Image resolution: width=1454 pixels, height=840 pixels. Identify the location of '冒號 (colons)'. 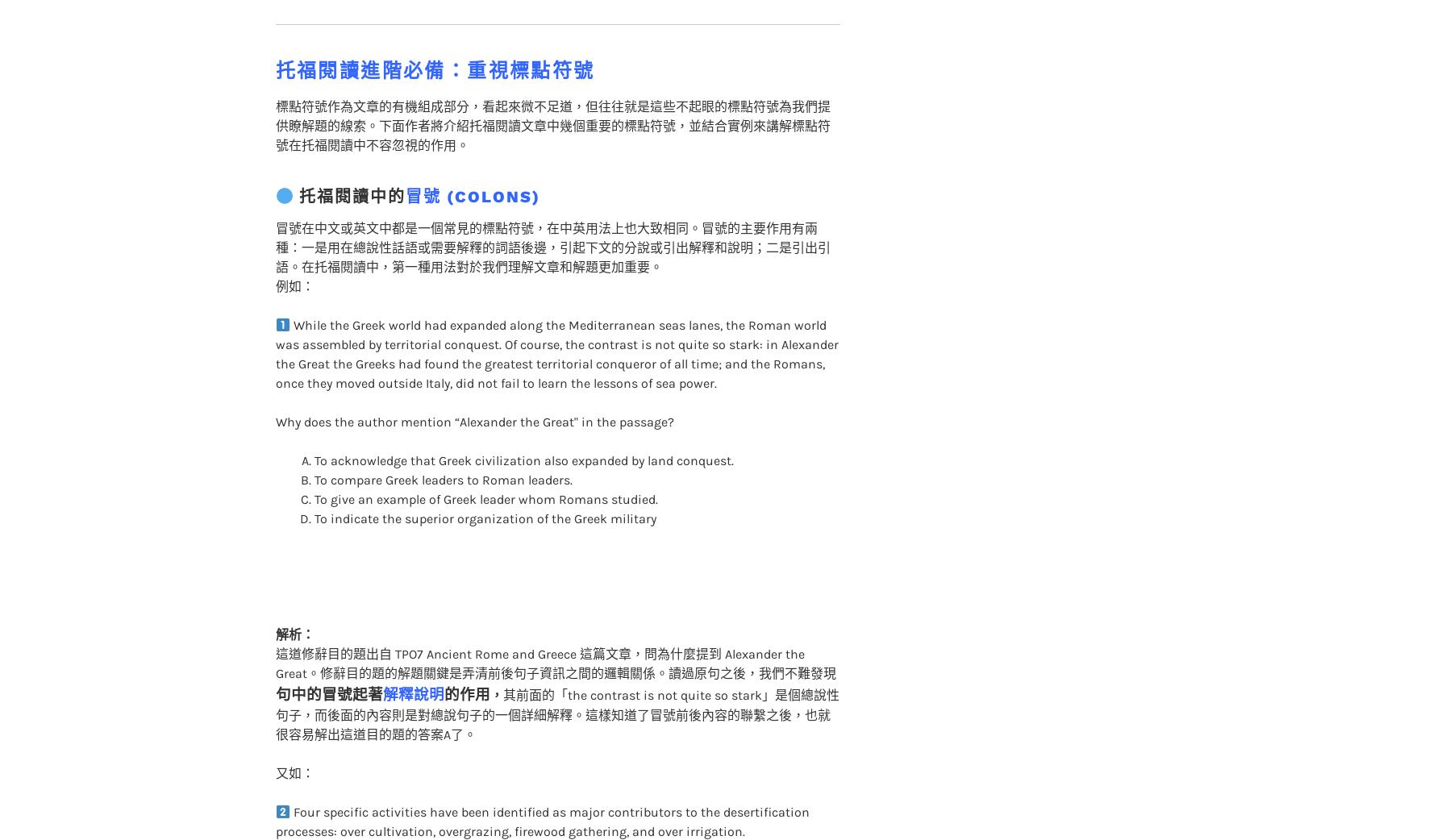
(473, 164).